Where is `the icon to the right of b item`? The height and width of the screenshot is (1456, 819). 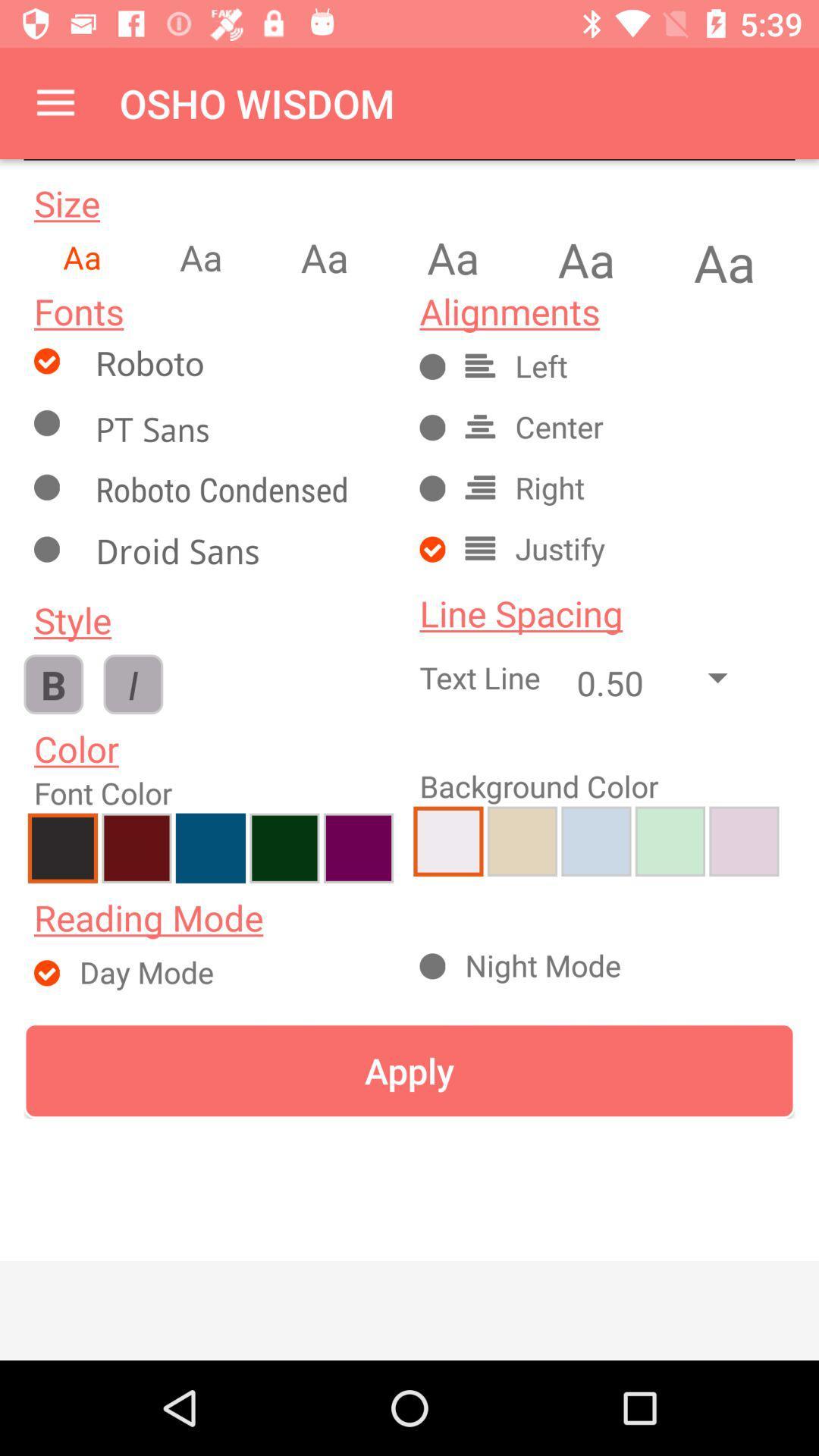
the icon to the right of b item is located at coordinates (132, 683).